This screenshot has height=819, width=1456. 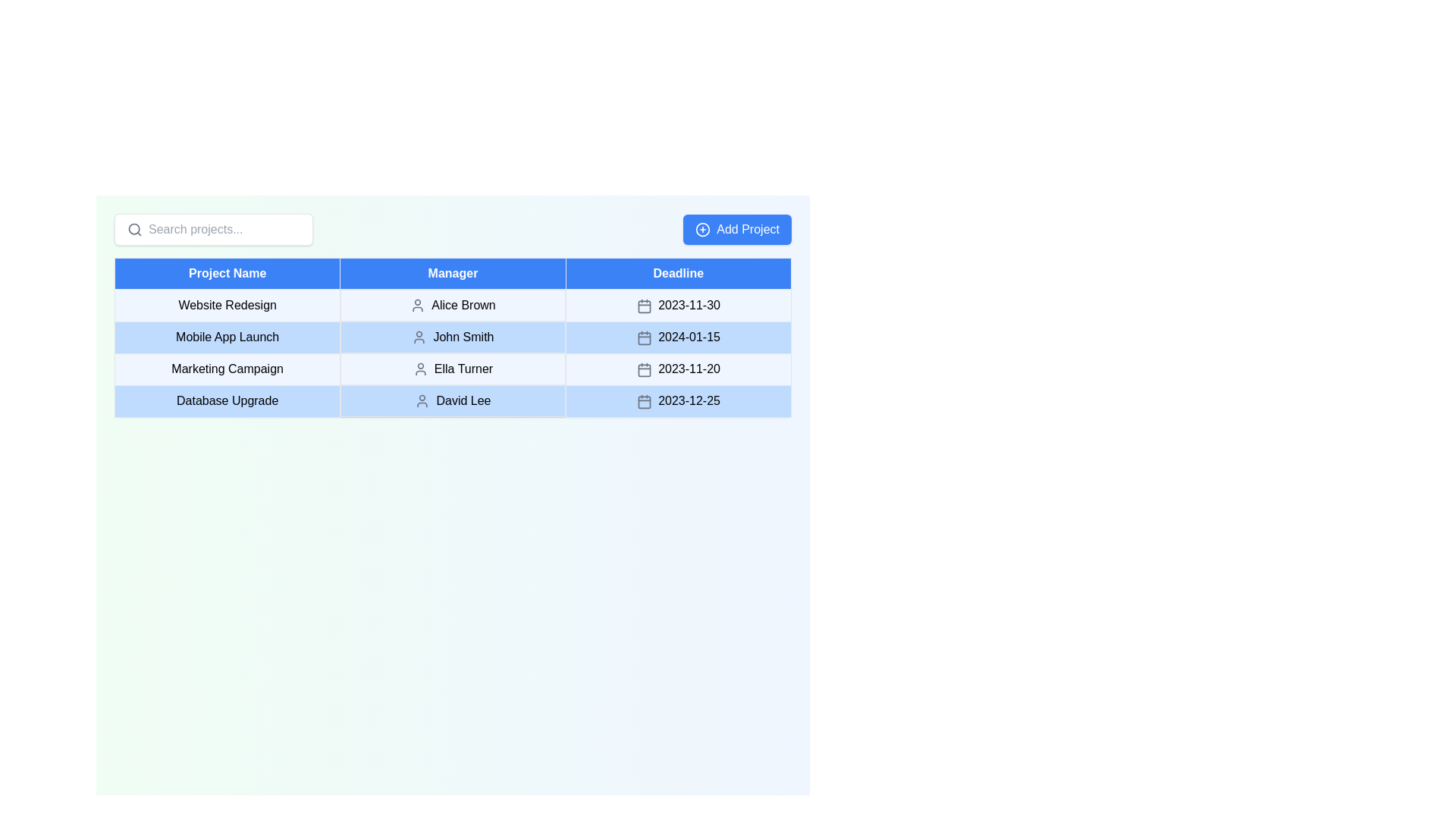 I want to click on the date text '2023-11-20' in the table under the 'Deadline' column, which is styled with a border and padding and accompanied by an inline calendar icon, so click(x=677, y=369).